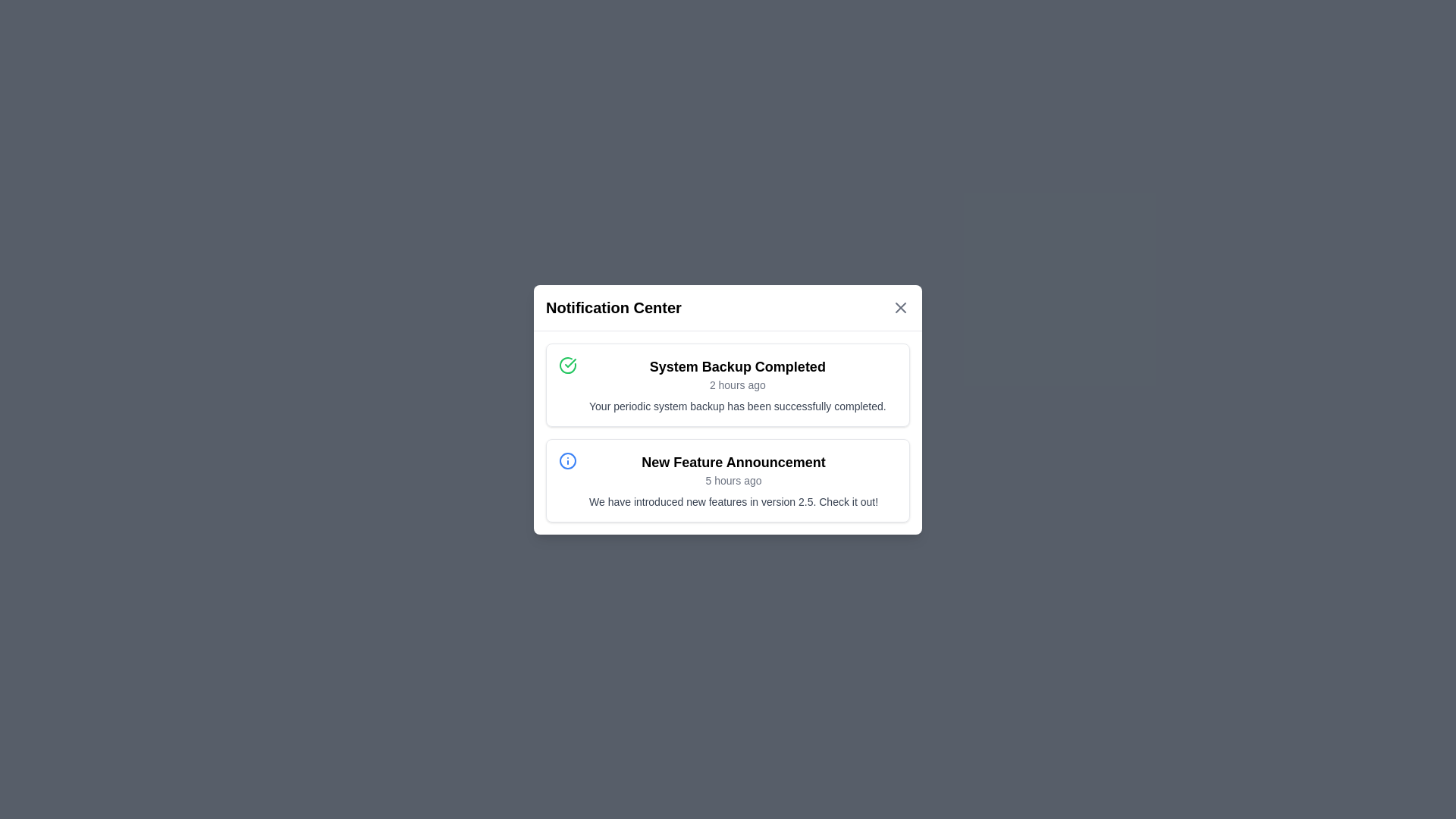 The height and width of the screenshot is (819, 1456). I want to click on the notification card titled 'New Feature Announcement', which is the second card in the notification center, so click(728, 480).